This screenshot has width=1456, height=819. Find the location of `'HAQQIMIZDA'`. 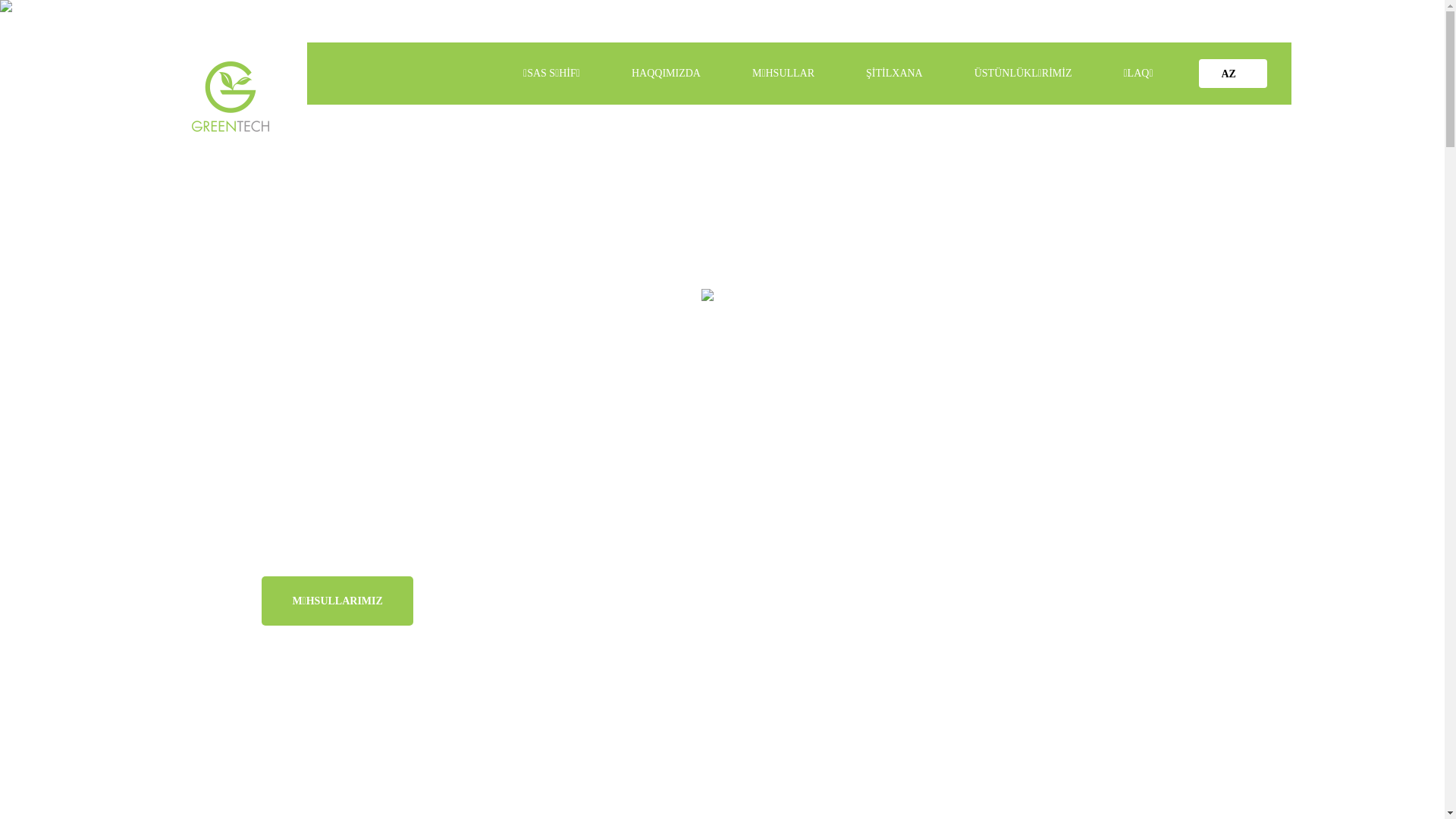

'HAQQIMIZDA' is located at coordinates (666, 73).